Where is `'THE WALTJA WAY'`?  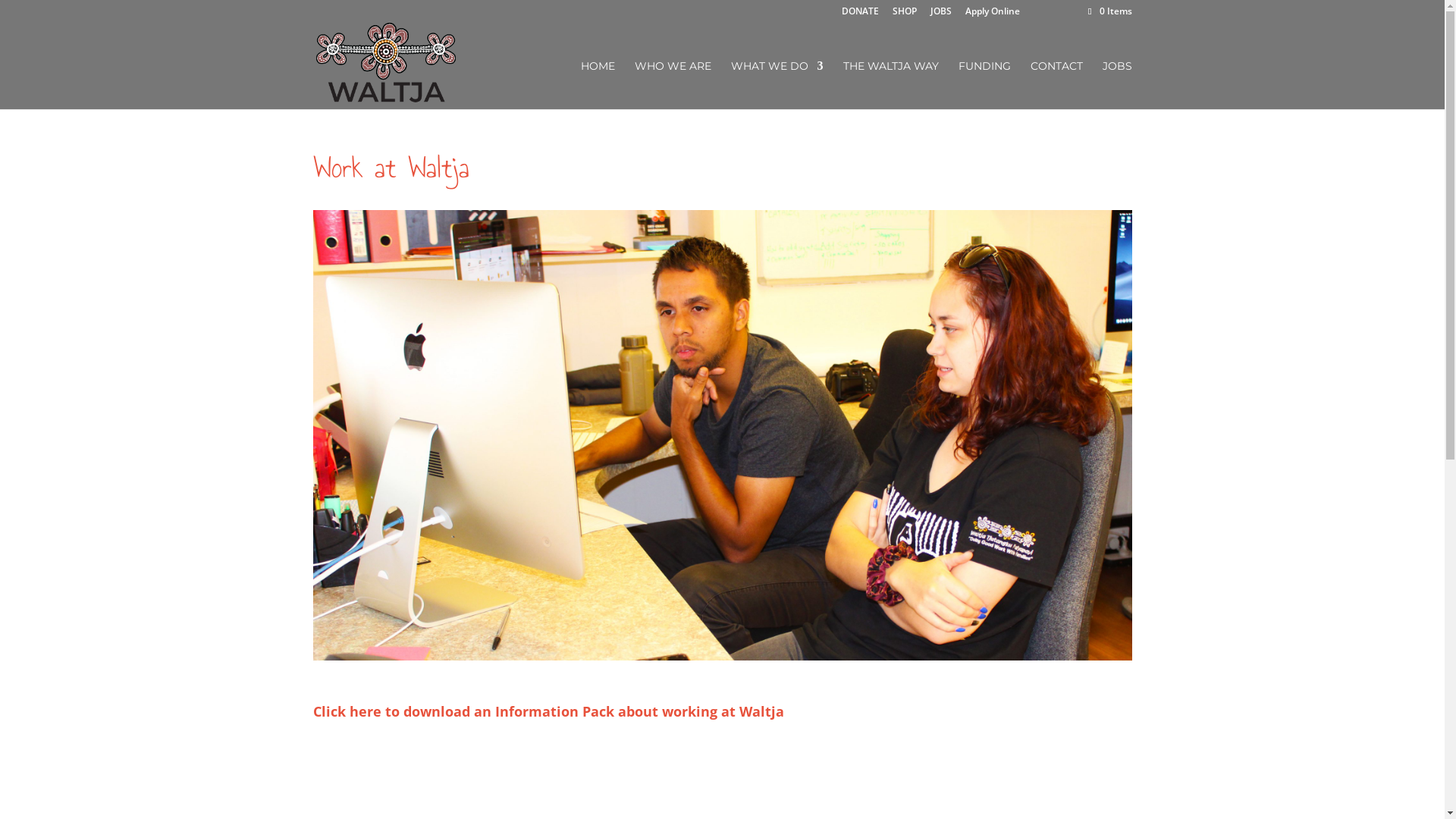
'THE WALTJA WAY' is located at coordinates (891, 84).